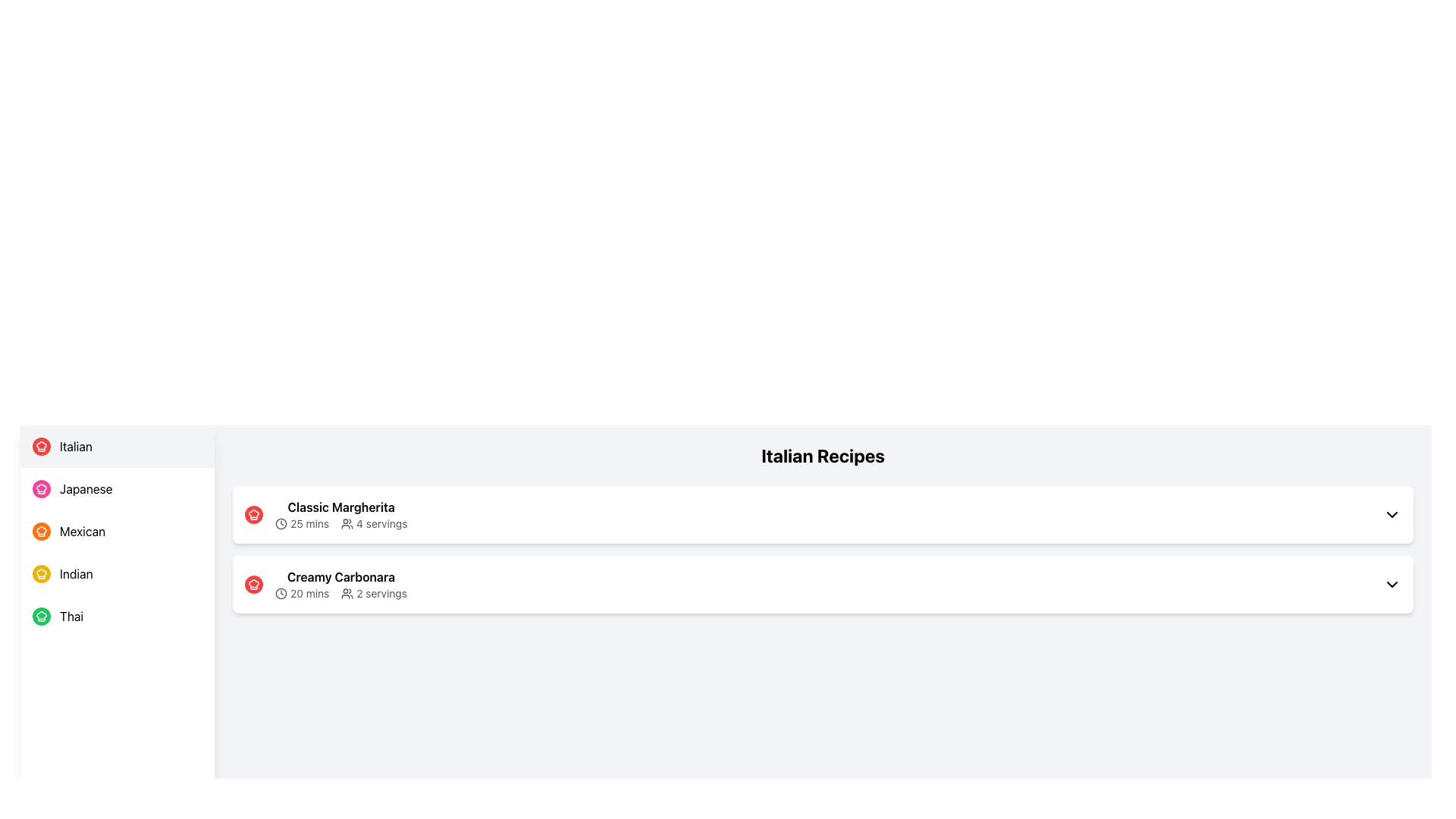  I want to click on the Content Display Section for the recipe entry under the 'Italian Recipes' section, specifically the second entry that follows 'Classic Margherita', so click(325, 584).